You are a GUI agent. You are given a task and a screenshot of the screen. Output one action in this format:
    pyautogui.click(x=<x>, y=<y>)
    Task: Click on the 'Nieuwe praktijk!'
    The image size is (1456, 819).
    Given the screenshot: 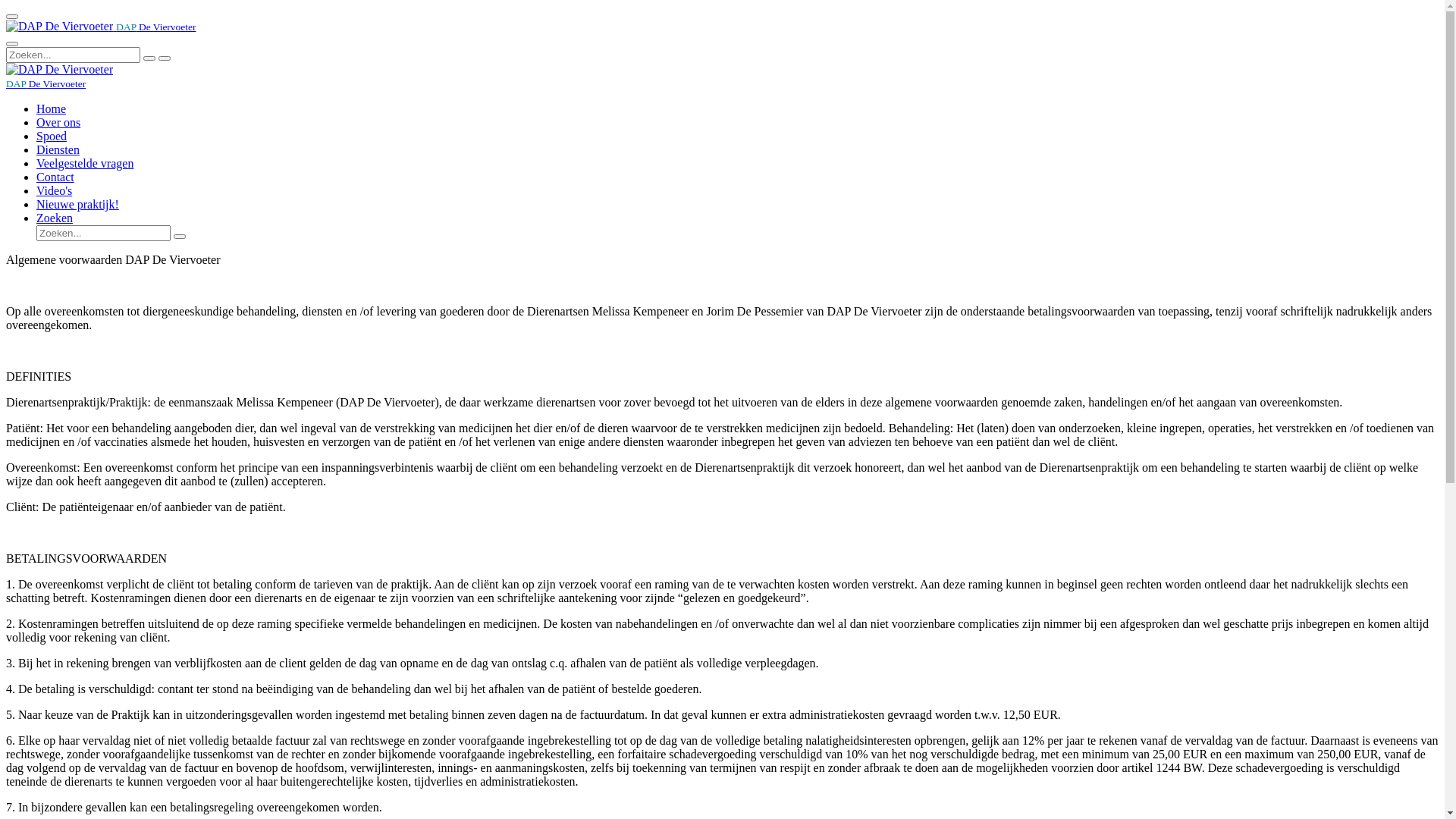 What is the action you would take?
    pyautogui.click(x=77, y=203)
    